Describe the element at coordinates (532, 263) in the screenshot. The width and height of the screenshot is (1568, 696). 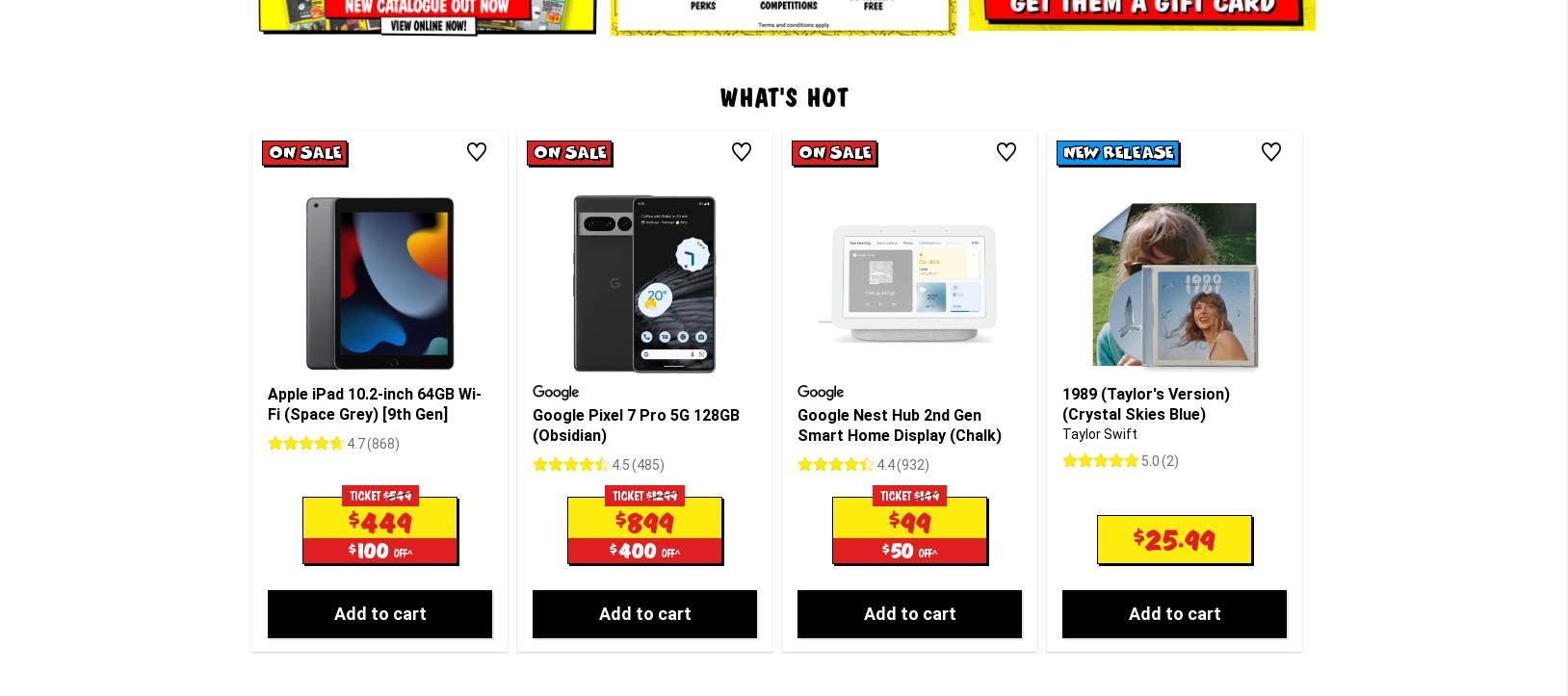
I see `'Google Pixel 7 Pro 5G 128GB (Obsidian)'` at that location.